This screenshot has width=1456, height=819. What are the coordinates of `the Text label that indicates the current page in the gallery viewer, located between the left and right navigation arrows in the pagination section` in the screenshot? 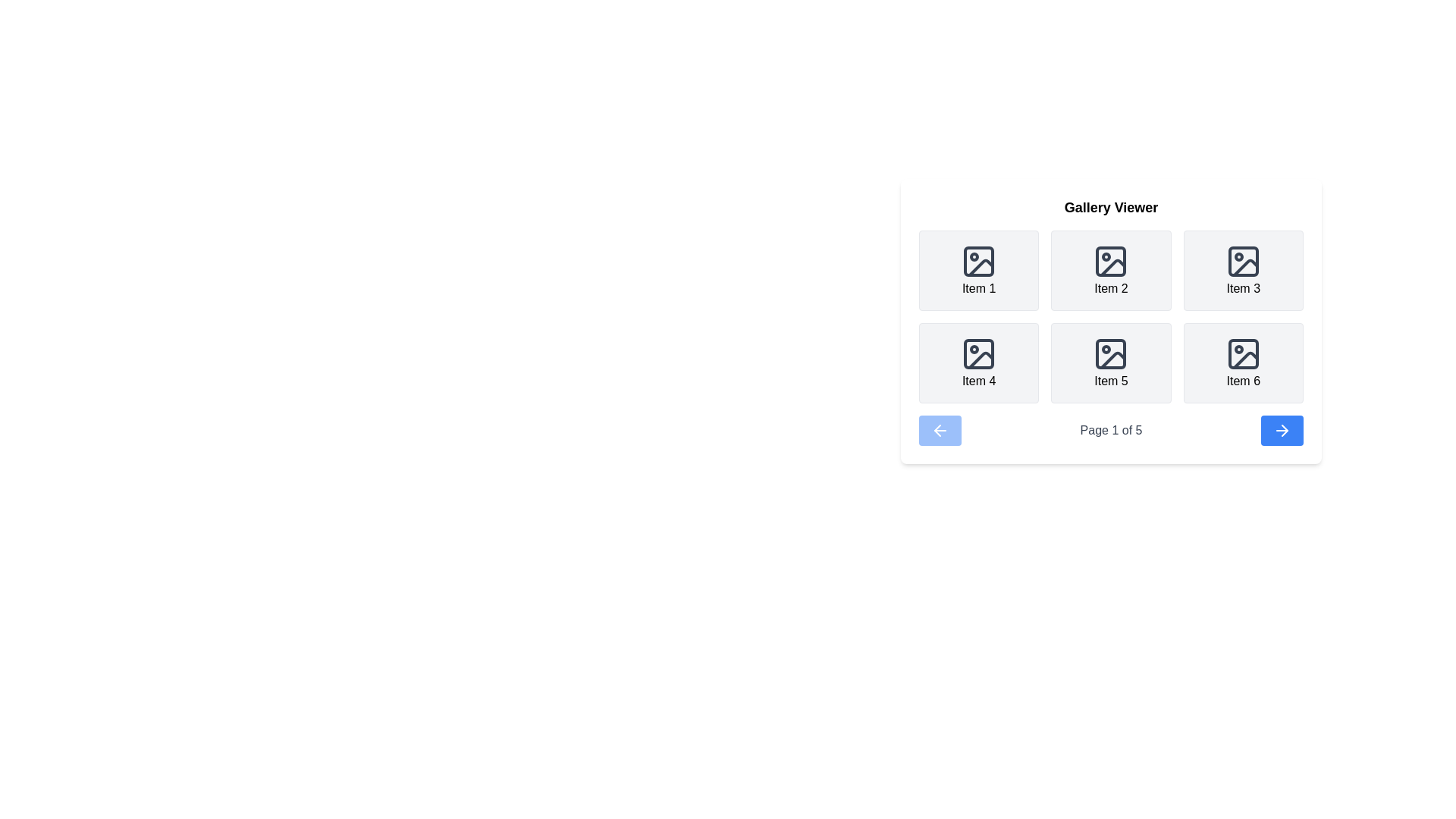 It's located at (1111, 430).